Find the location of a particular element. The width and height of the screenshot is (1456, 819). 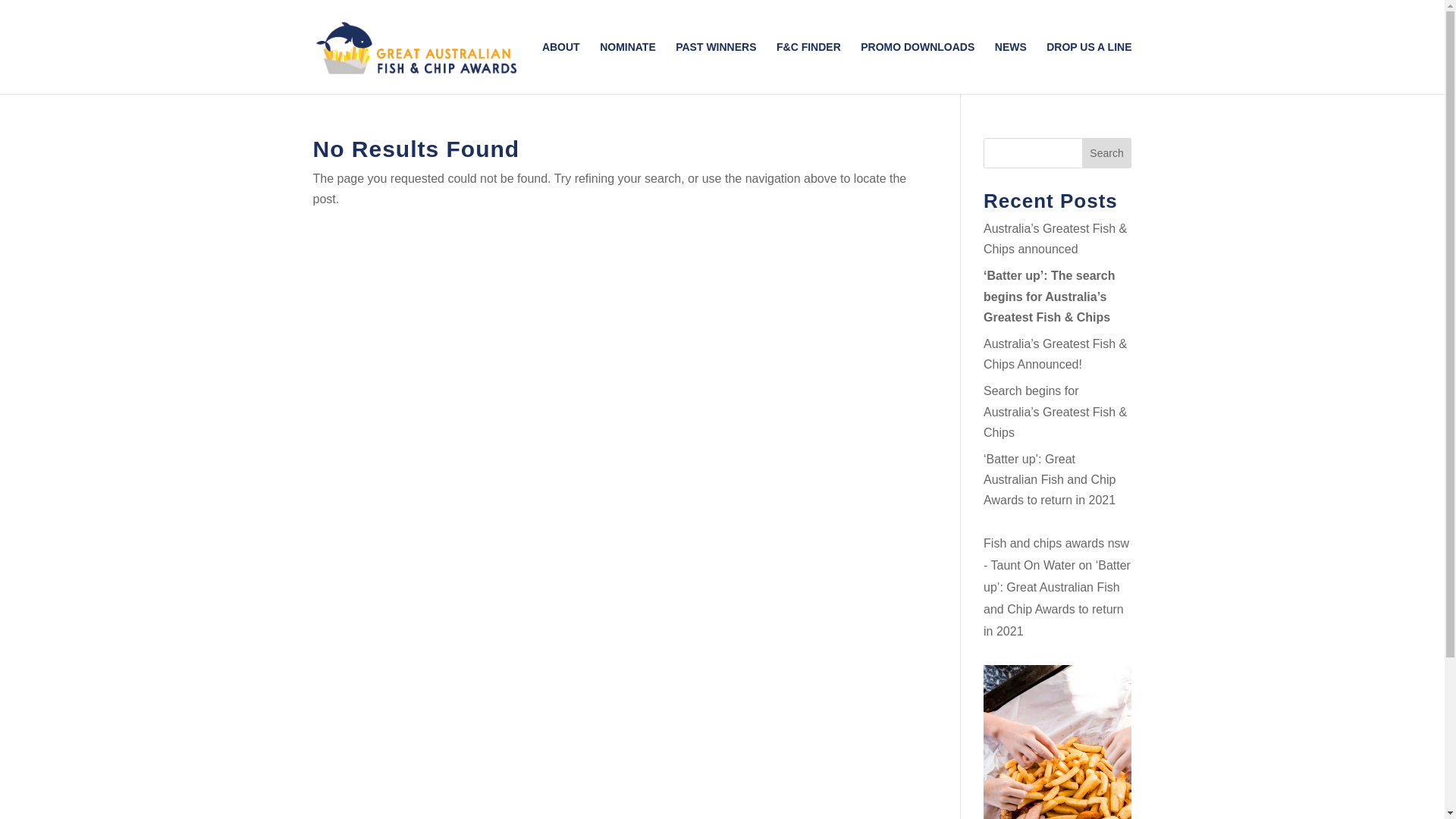

'NOMINATE' is located at coordinates (628, 67).